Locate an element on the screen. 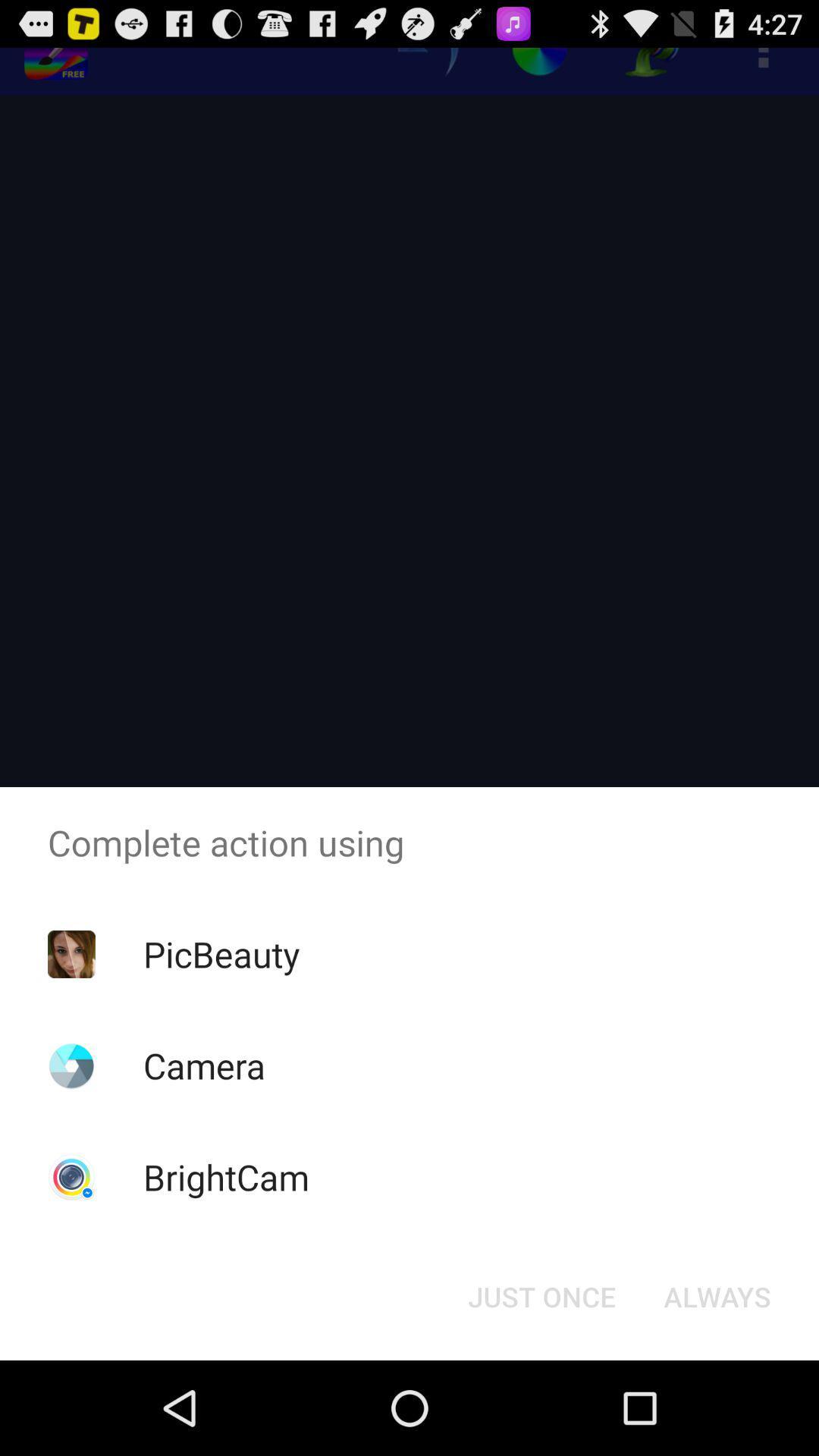 The image size is (819, 1456). app below the complete action using app is located at coordinates (221, 953).